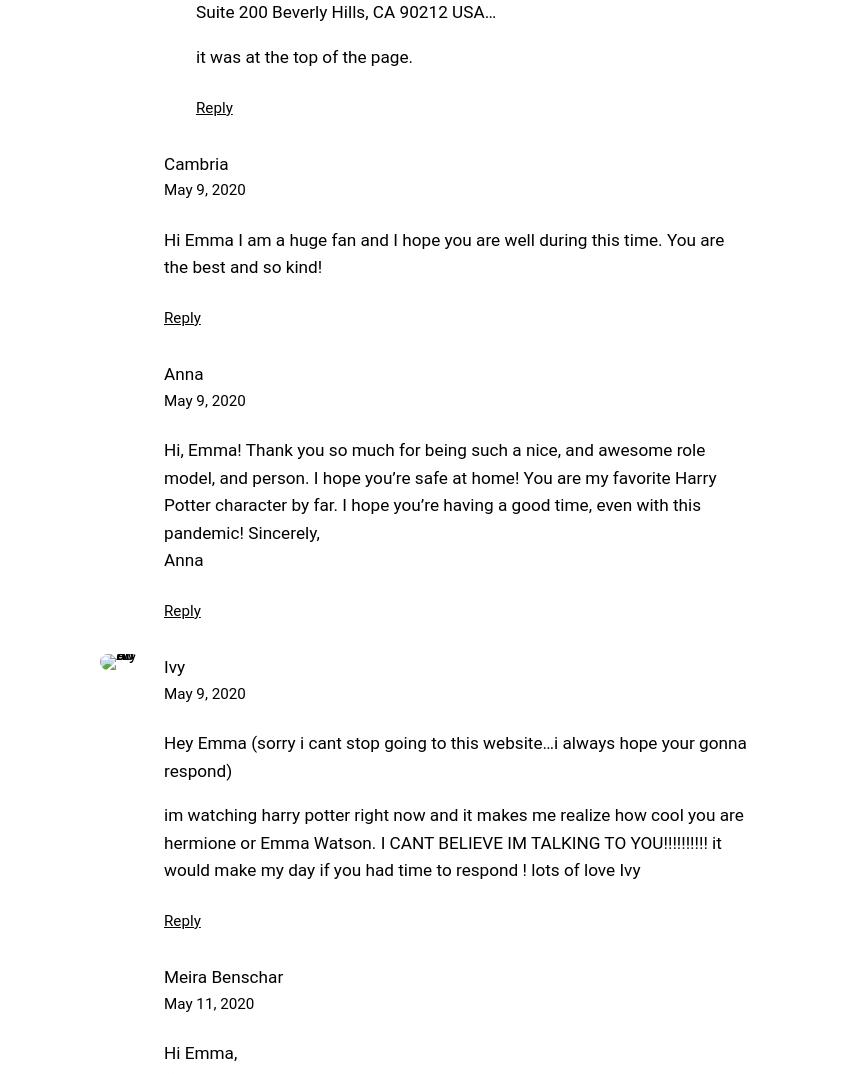 This screenshot has width=850, height=1074. What do you see at coordinates (304, 55) in the screenshot?
I see `'it was at the top of the page.'` at bounding box center [304, 55].